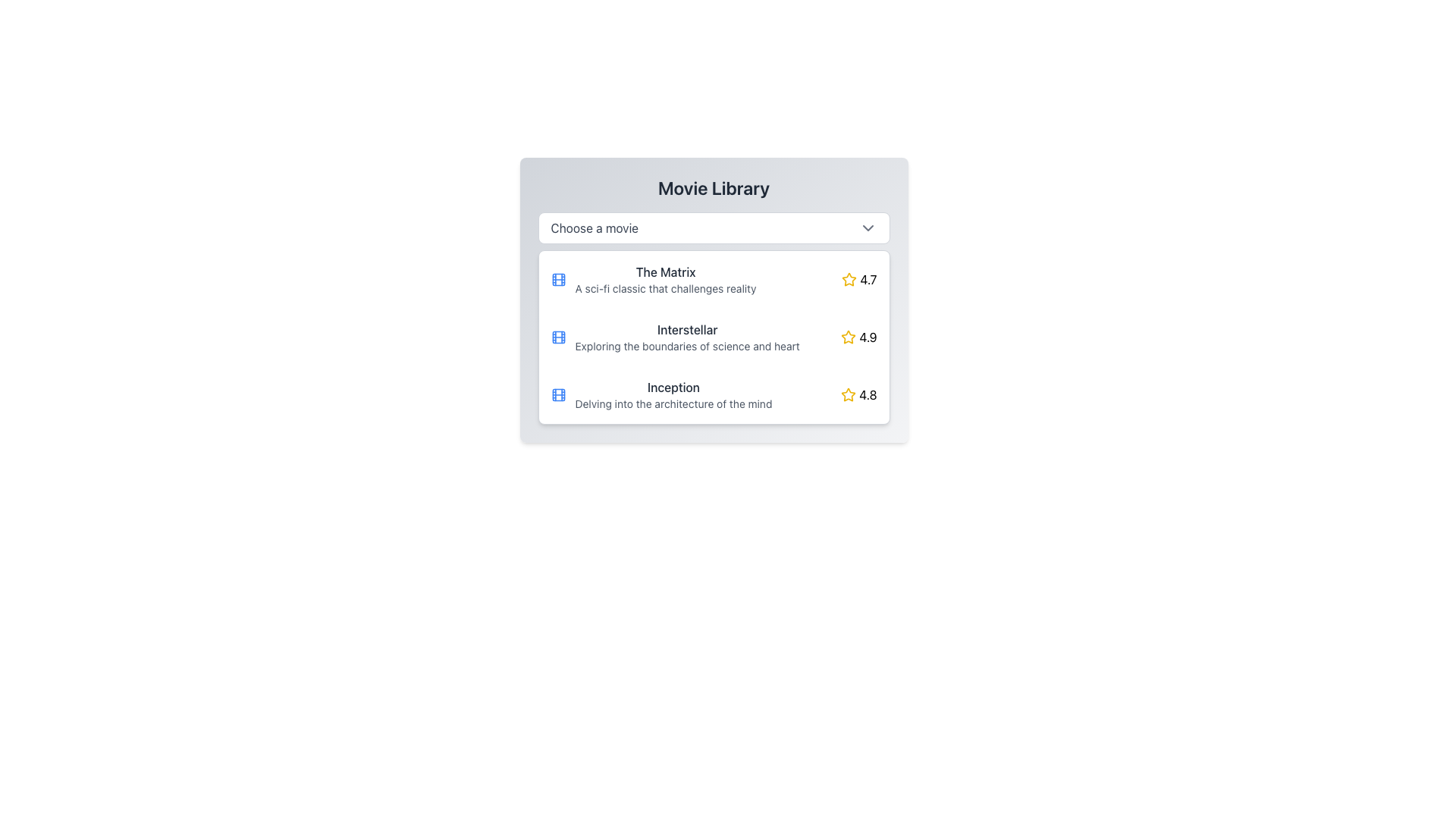 This screenshot has width=1456, height=819. I want to click on text element that provides a brief description or tag-line for the movie 'Inception', located below the title and above the next text element, so click(673, 403).